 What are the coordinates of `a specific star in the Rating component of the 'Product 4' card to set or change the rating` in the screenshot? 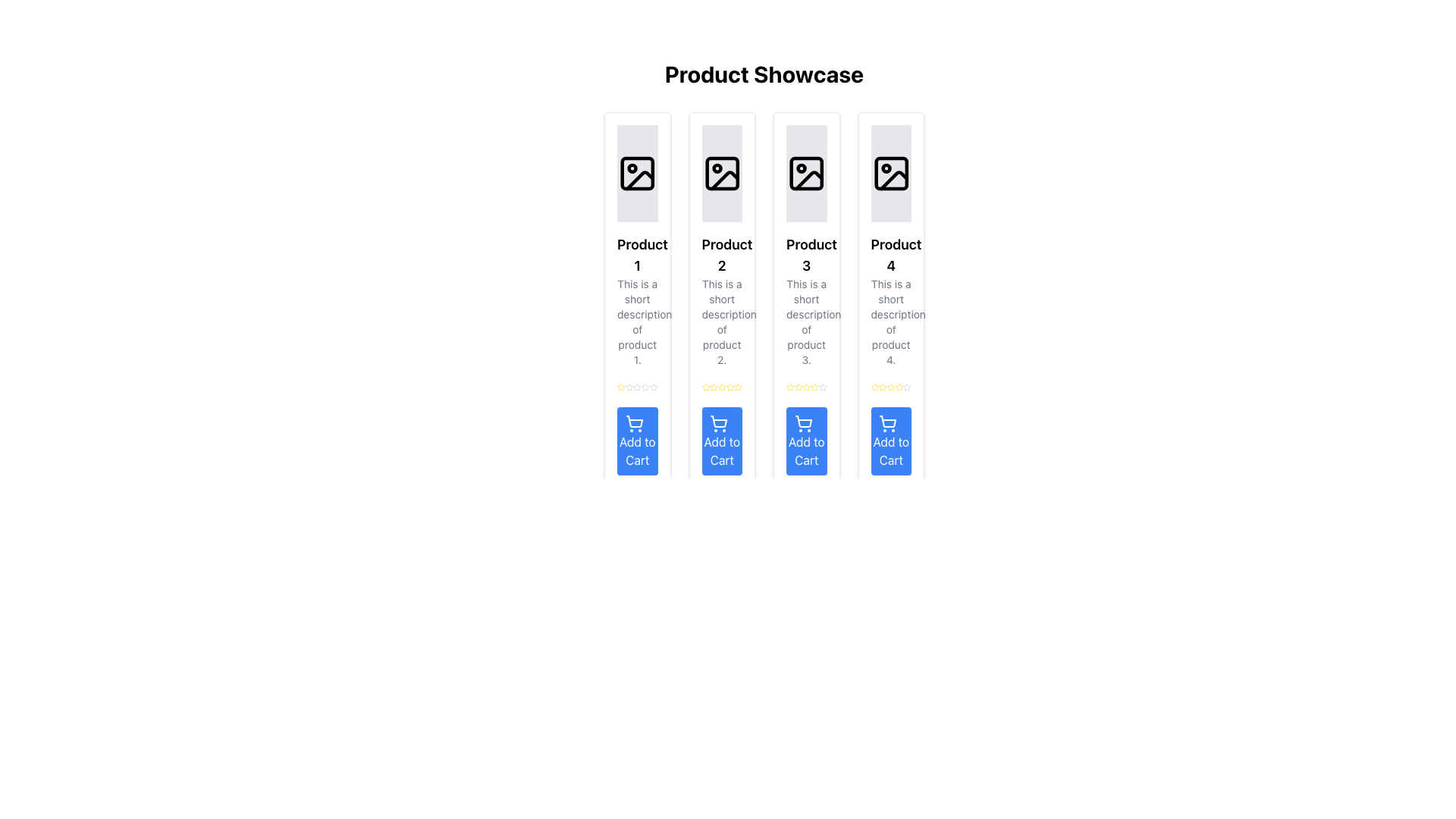 It's located at (891, 386).